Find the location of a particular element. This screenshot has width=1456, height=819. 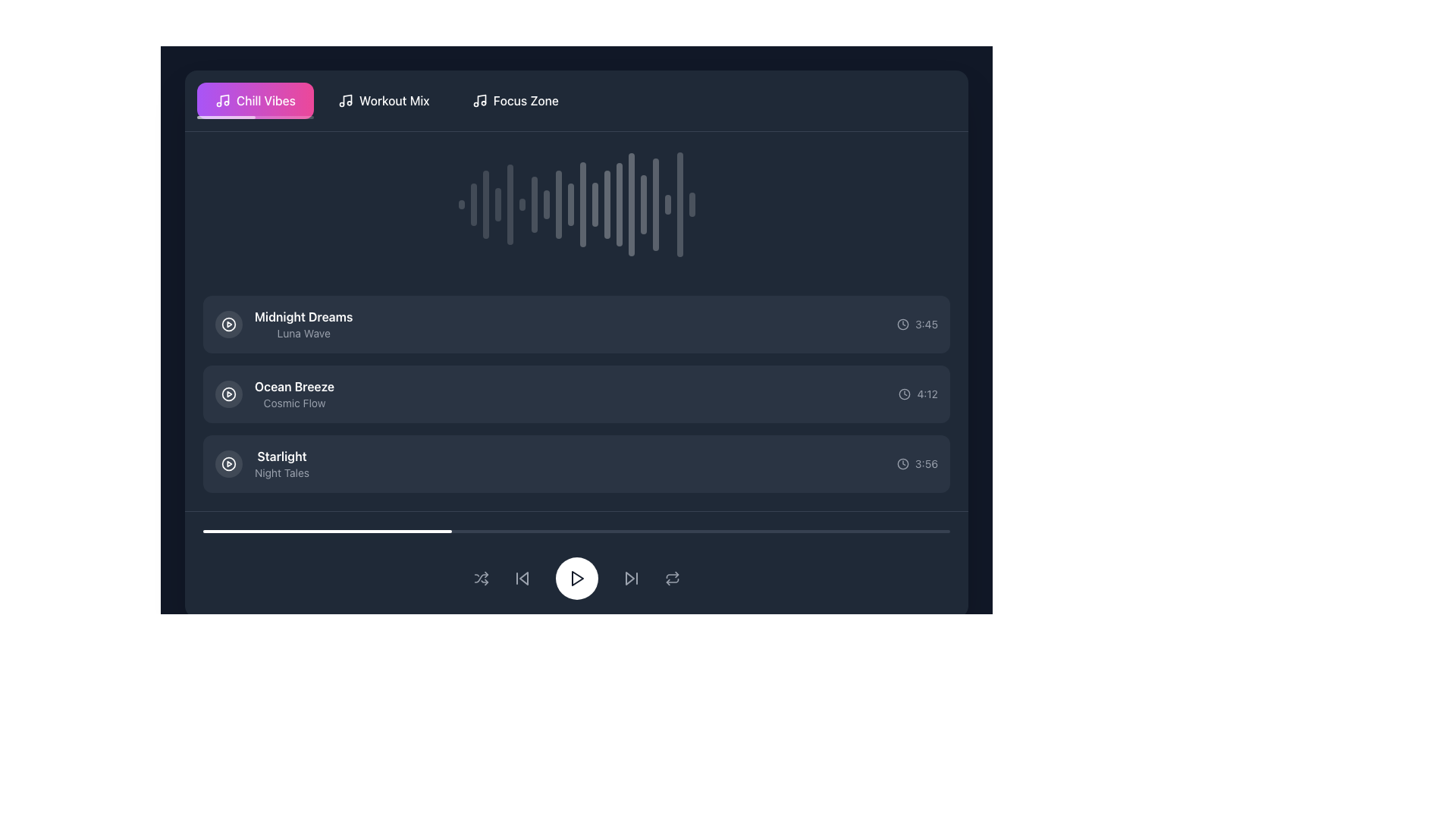

the first list item displaying the song or item label is located at coordinates (284, 324).